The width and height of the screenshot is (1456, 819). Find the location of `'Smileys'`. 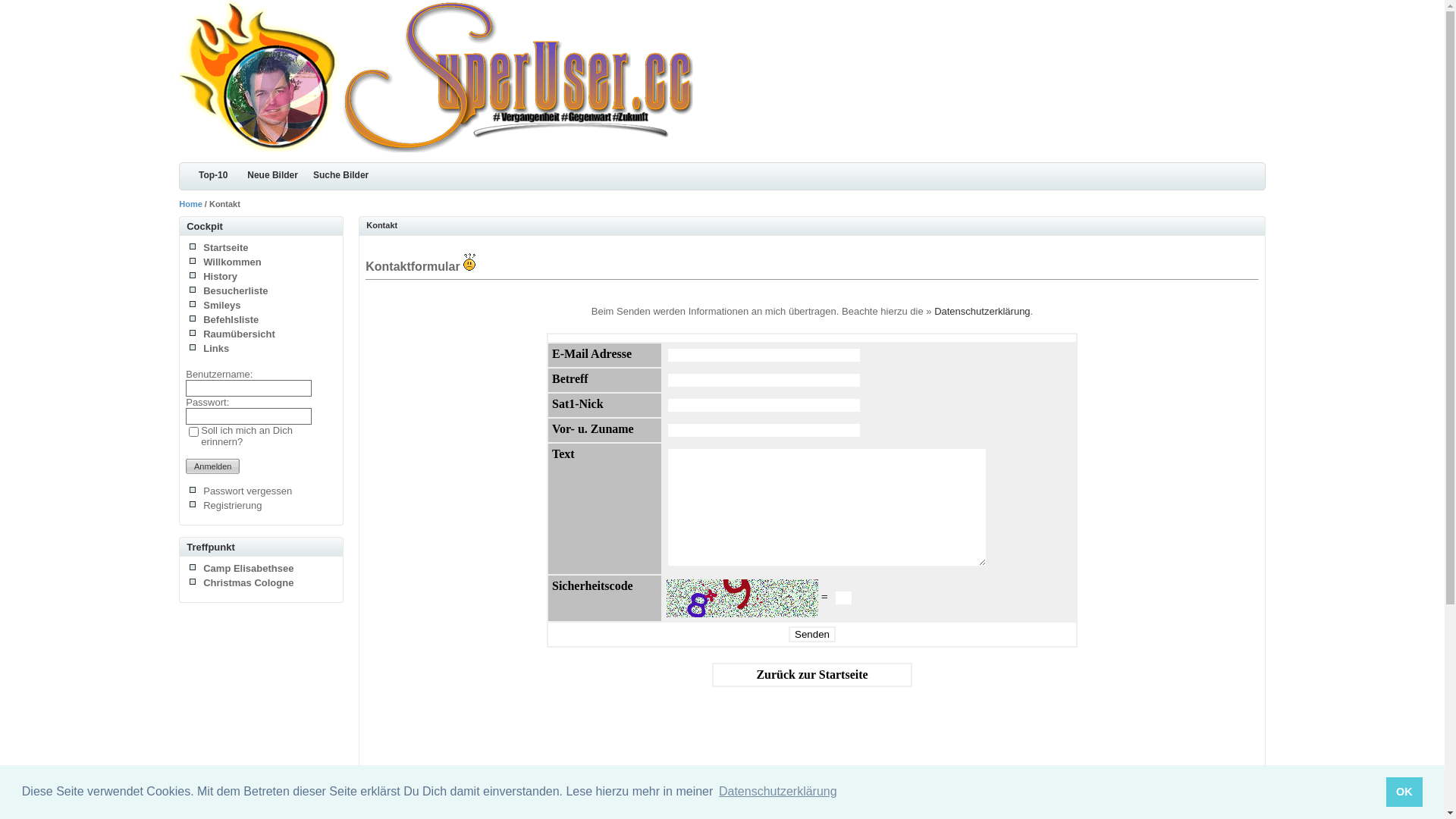

'Smileys' is located at coordinates (221, 305).